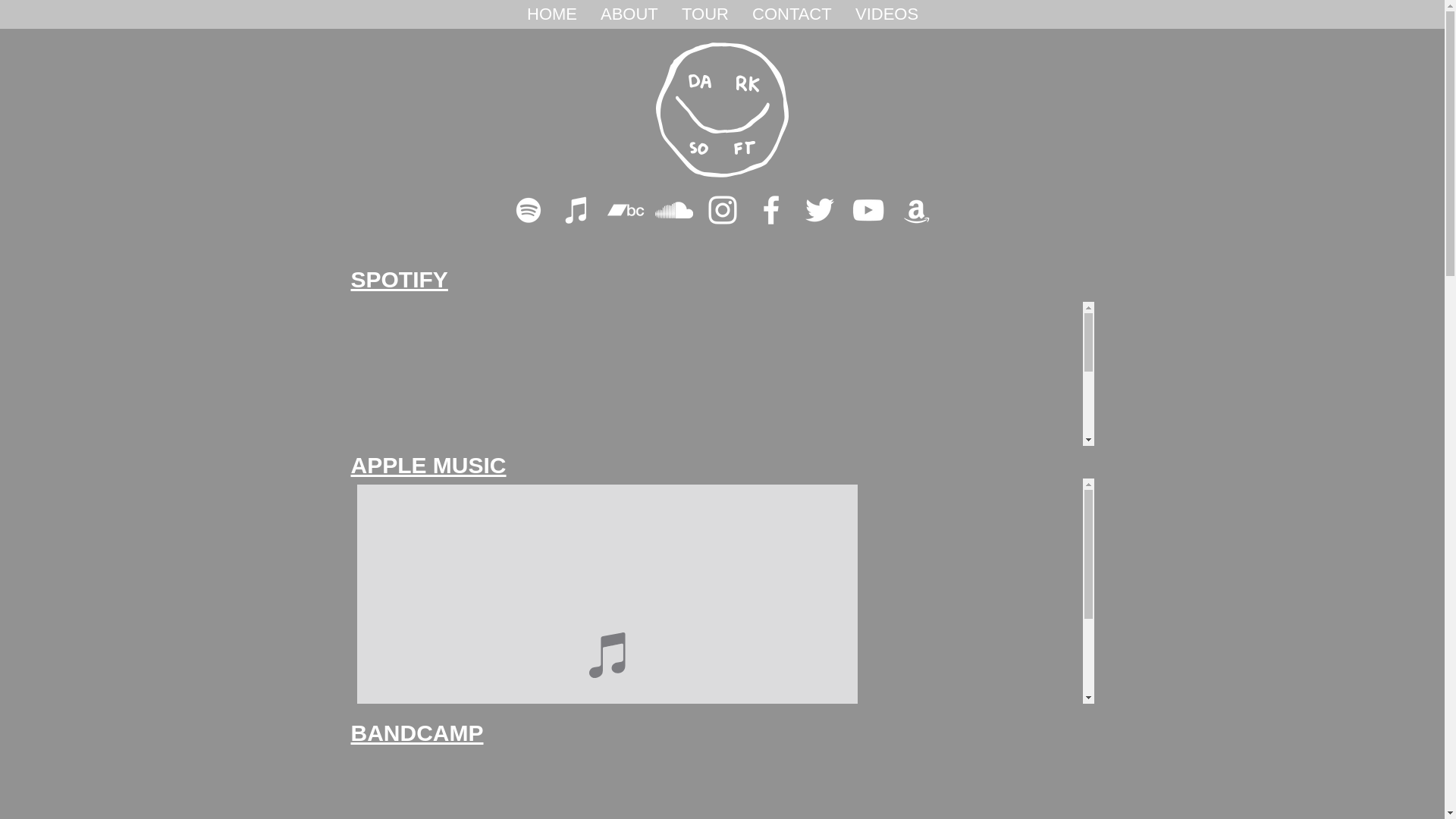 Image resolution: width=1456 pixels, height=819 pixels. What do you see at coordinates (427, 464) in the screenshot?
I see `'APPLE MUSIC'` at bounding box center [427, 464].